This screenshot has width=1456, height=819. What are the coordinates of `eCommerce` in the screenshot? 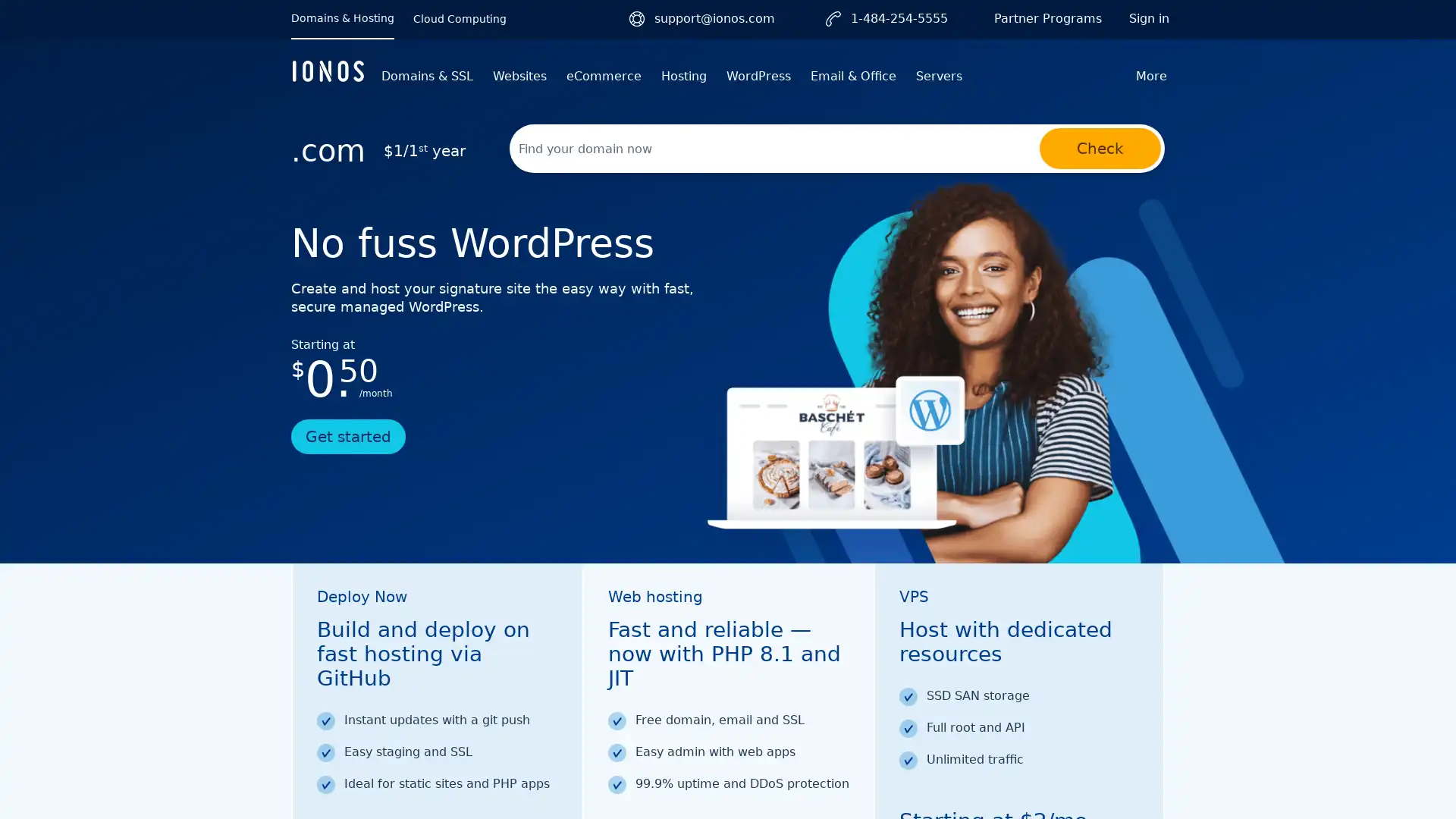 It's located at (603, 76).